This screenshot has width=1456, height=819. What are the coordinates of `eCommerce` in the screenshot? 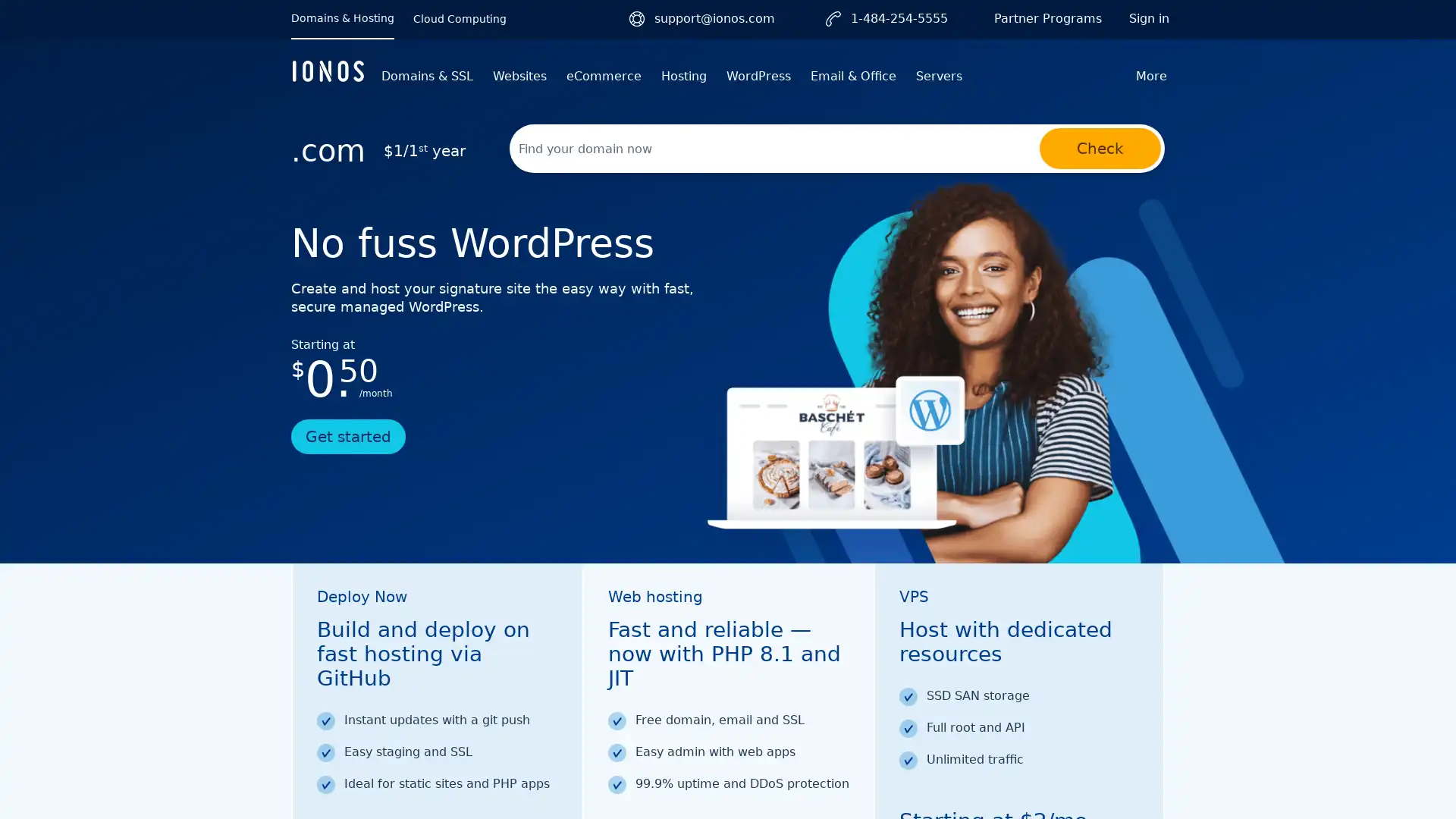 It's located at (603, 76).